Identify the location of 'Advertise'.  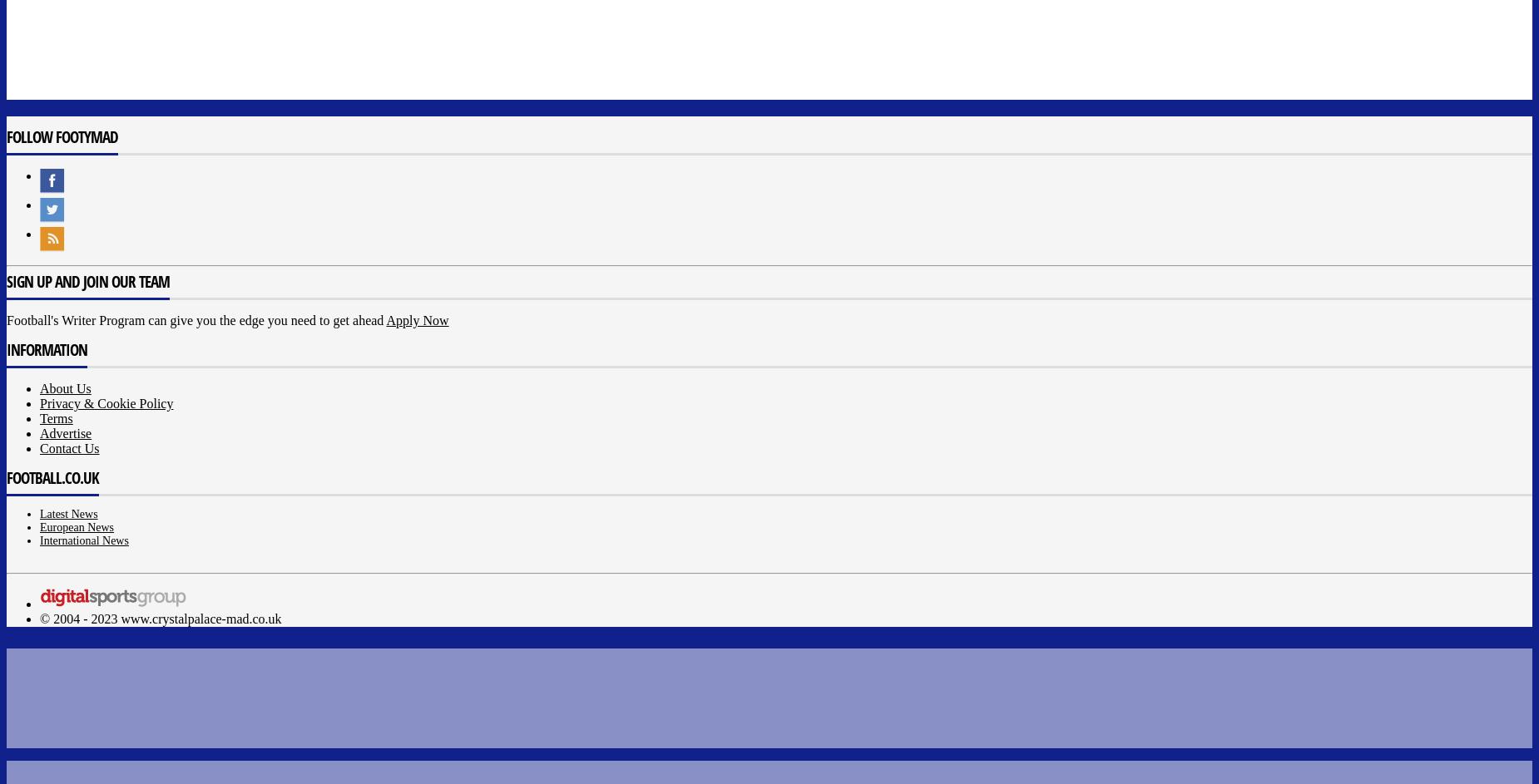
(64, 432).